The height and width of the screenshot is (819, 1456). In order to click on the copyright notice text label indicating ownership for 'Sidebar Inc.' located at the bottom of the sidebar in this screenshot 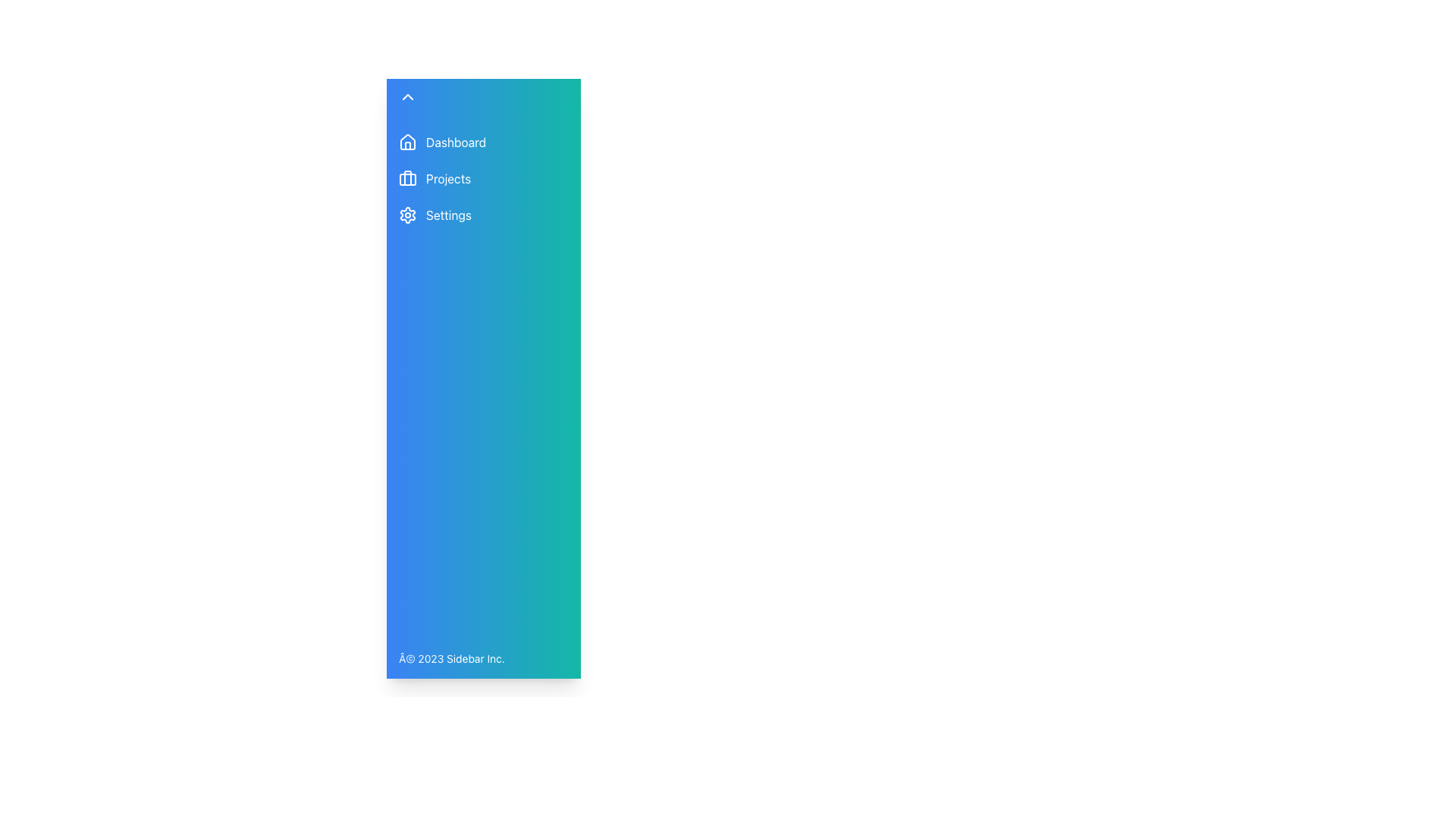, I will do `click(450, 657)`.